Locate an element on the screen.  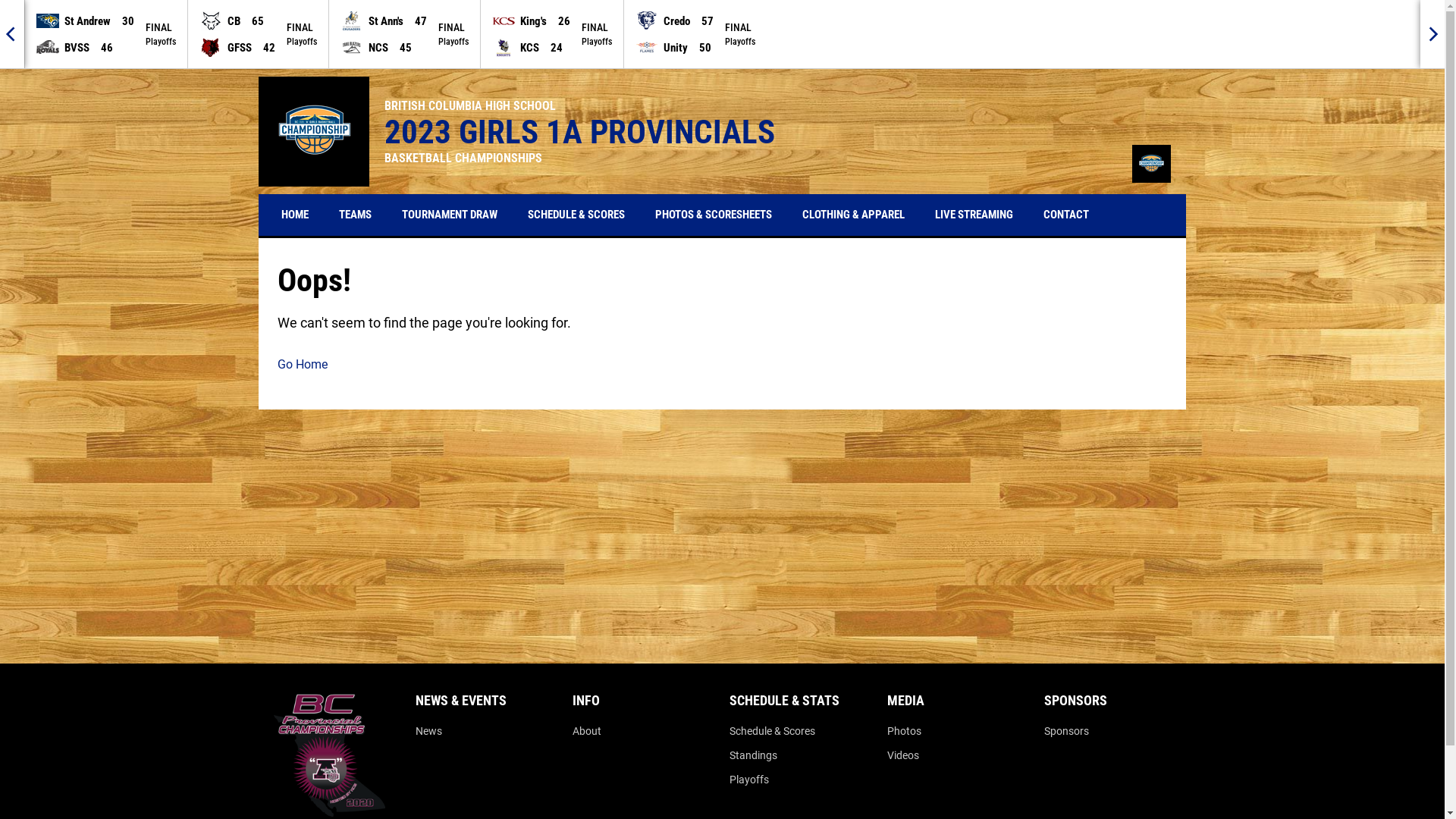
'HOME' is located at coordinates (294, 215).